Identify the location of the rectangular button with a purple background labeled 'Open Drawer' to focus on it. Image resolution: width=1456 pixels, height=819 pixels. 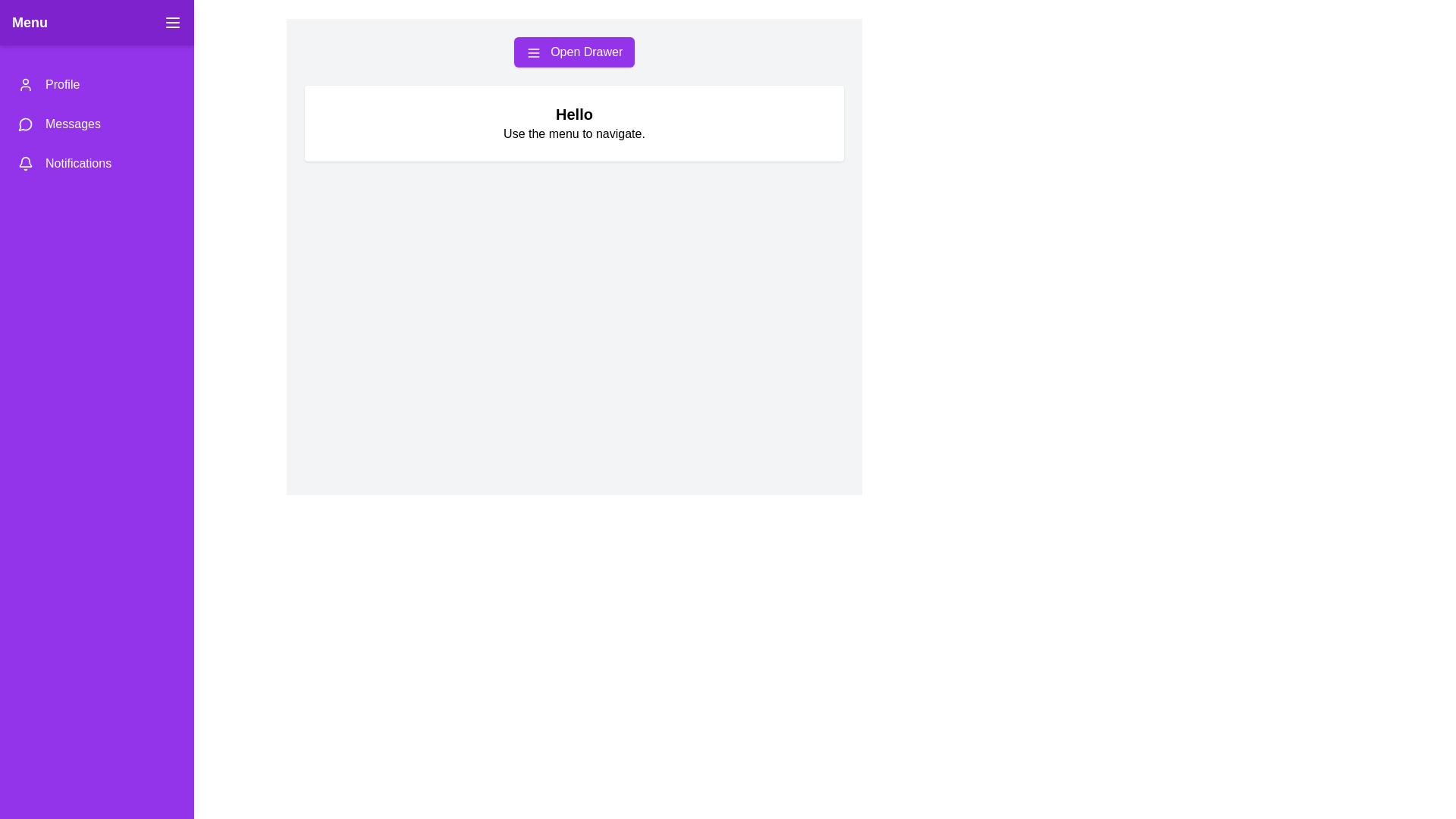
(573, 52).